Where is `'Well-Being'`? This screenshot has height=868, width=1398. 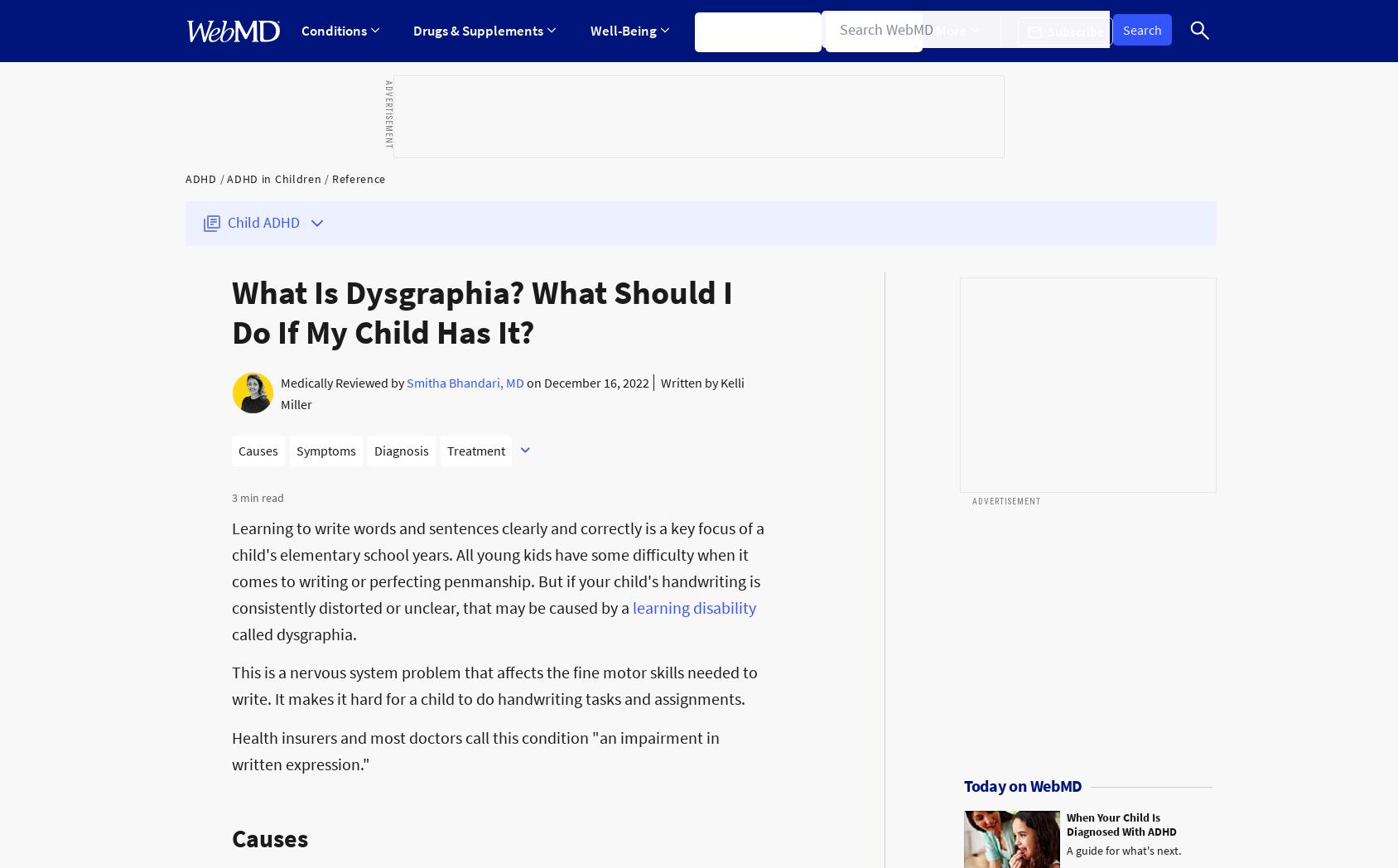
'Well-Being' is located at coordinates (617, 29).